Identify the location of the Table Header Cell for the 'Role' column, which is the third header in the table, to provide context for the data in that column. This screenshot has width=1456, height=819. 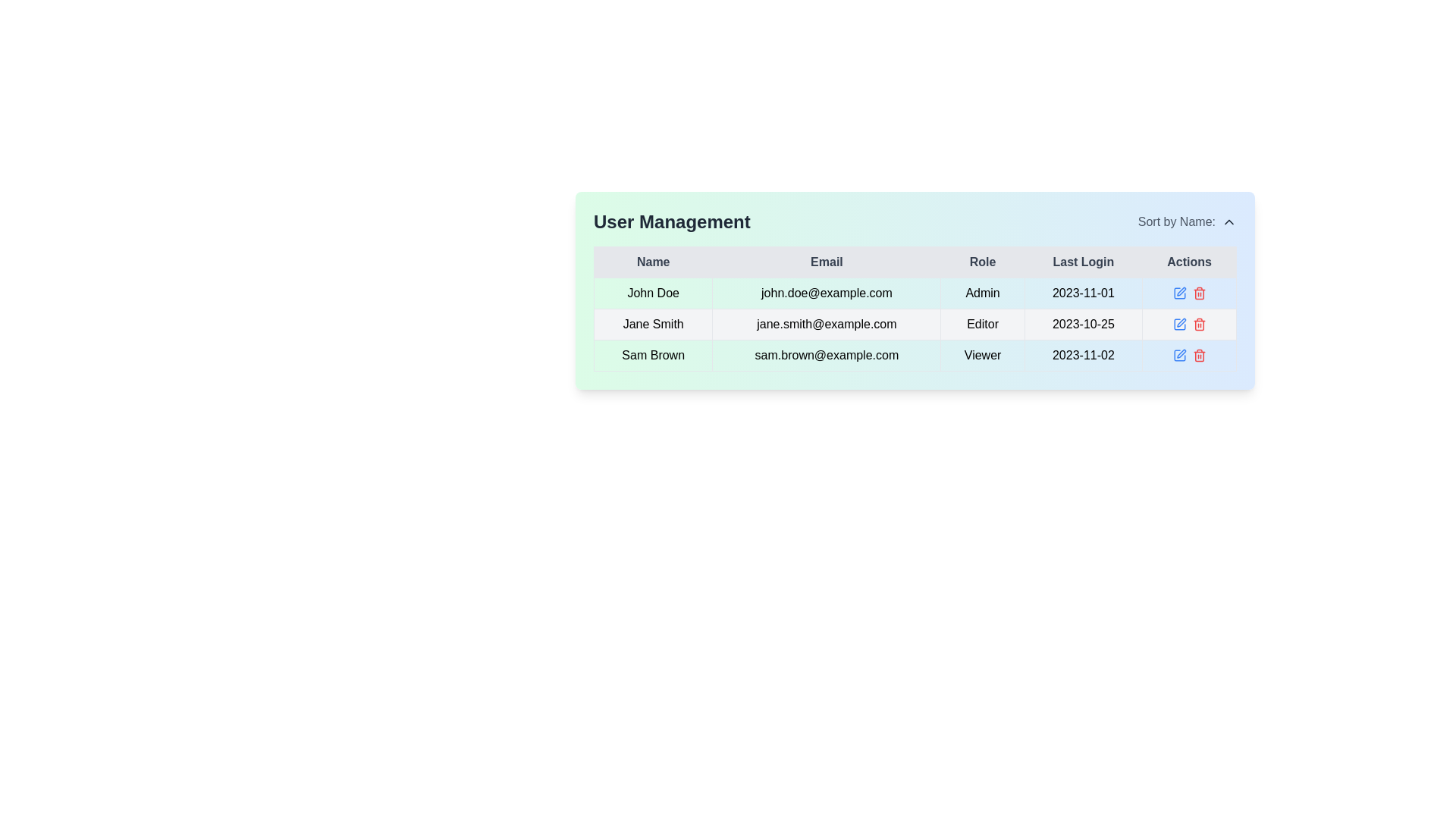
(983, 262).